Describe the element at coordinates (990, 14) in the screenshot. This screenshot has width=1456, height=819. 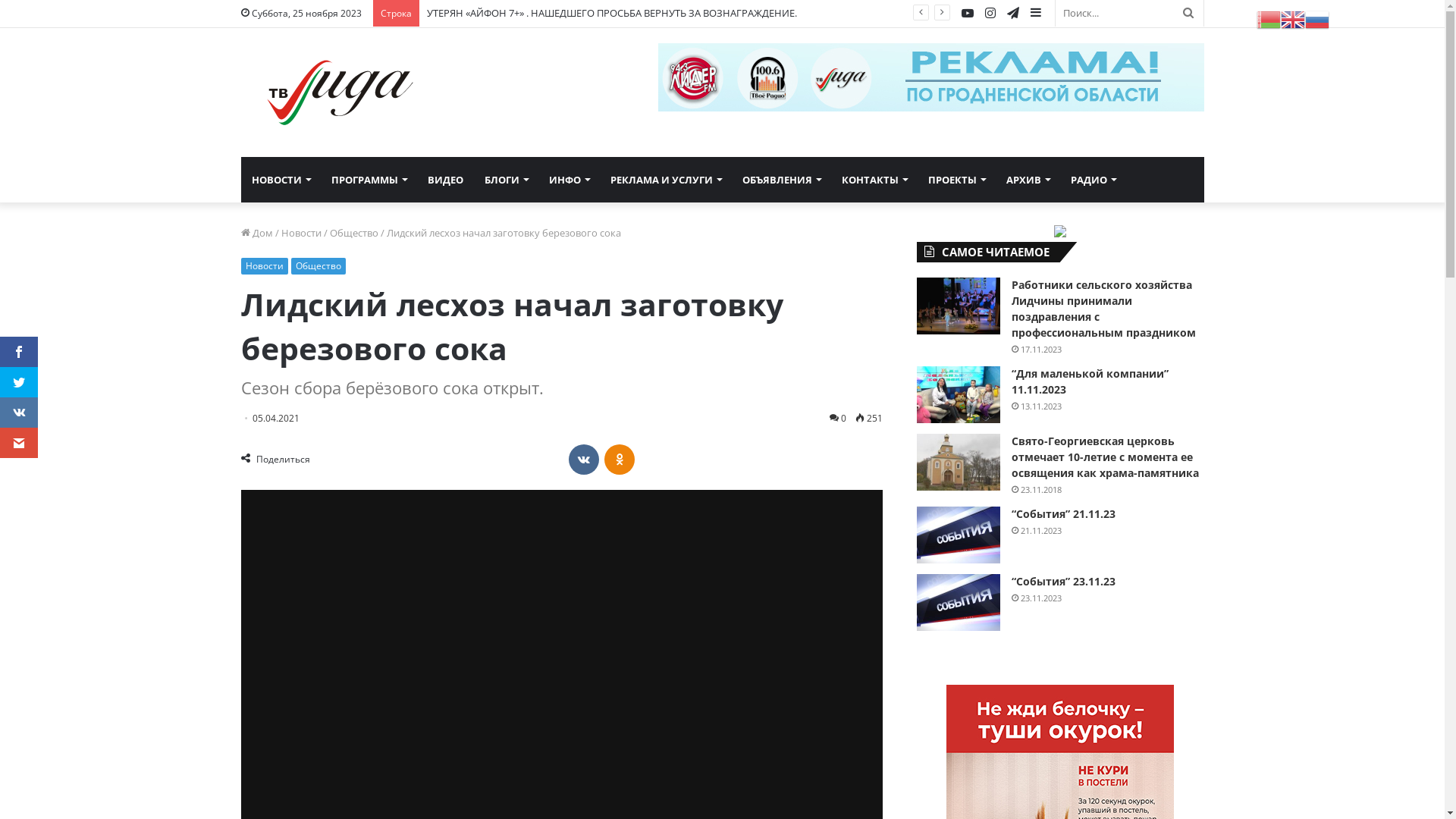
I see `'Instagram'` at that location.